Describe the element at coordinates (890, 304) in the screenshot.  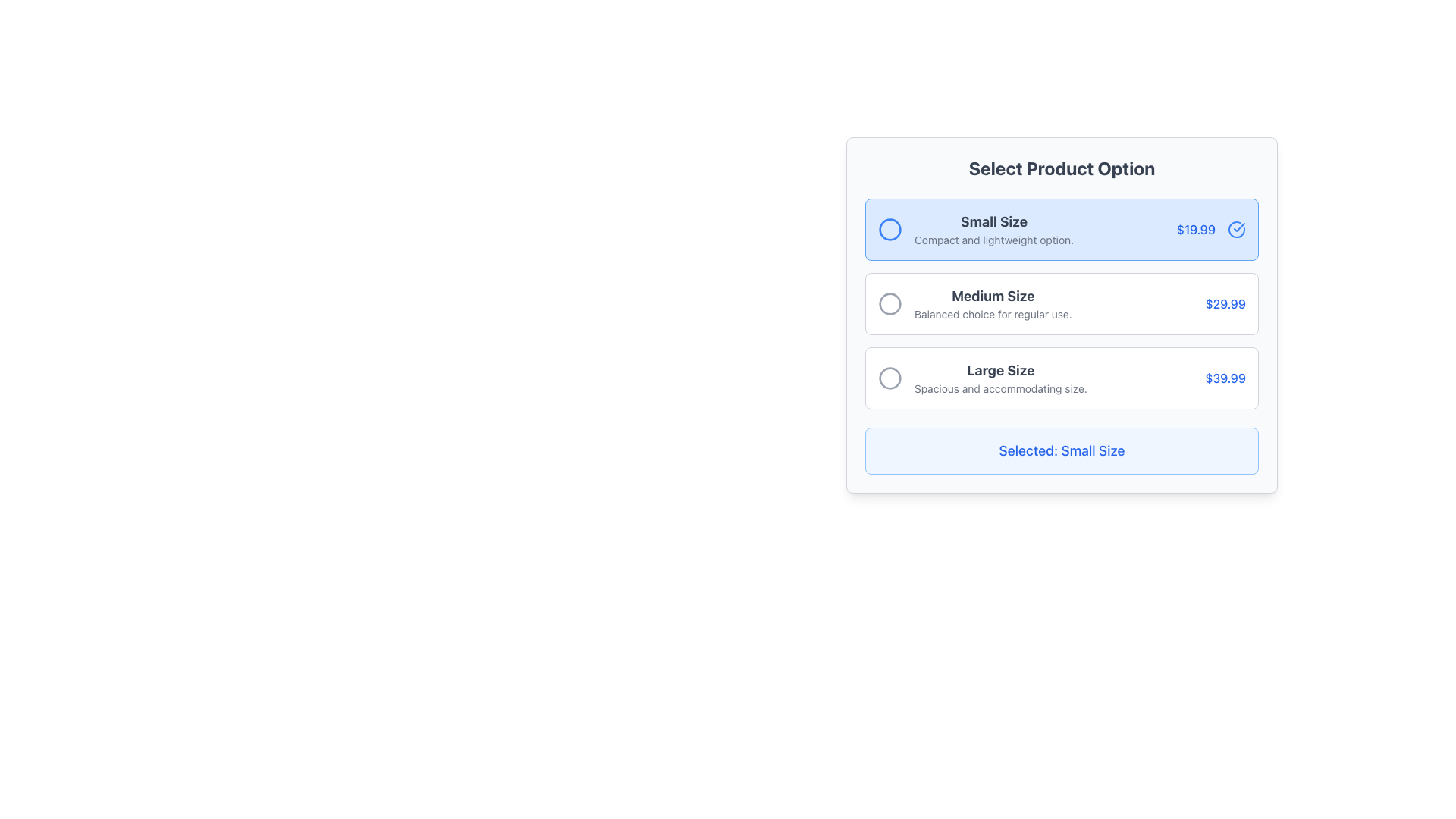
I see `the circular SVG graphic located to the left of the 'Medium Size' option in the product selection interface using keyboard navigation to select it` at that location.